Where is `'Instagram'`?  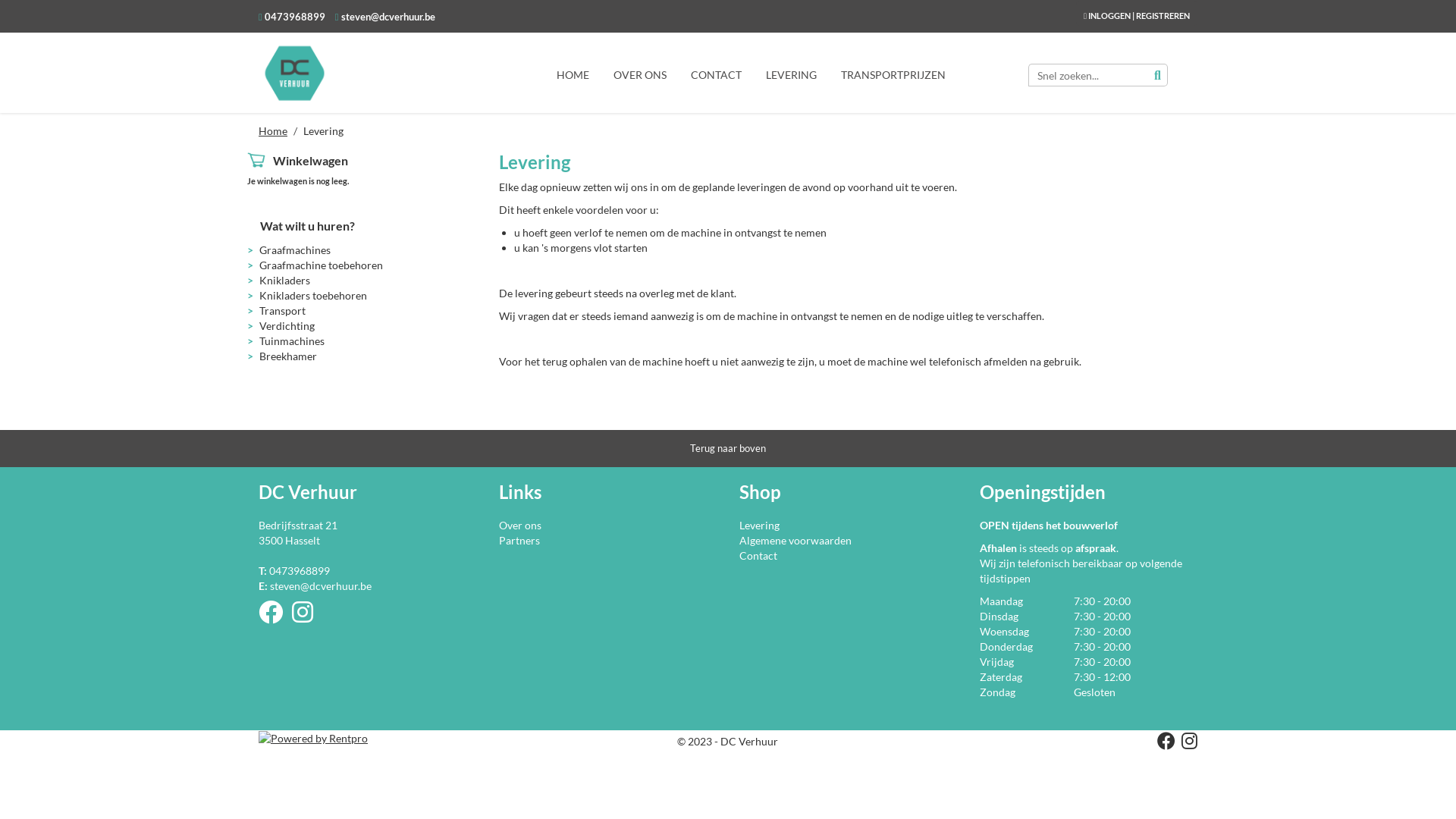
'Instagram' is located at coordinates (1185, 742).